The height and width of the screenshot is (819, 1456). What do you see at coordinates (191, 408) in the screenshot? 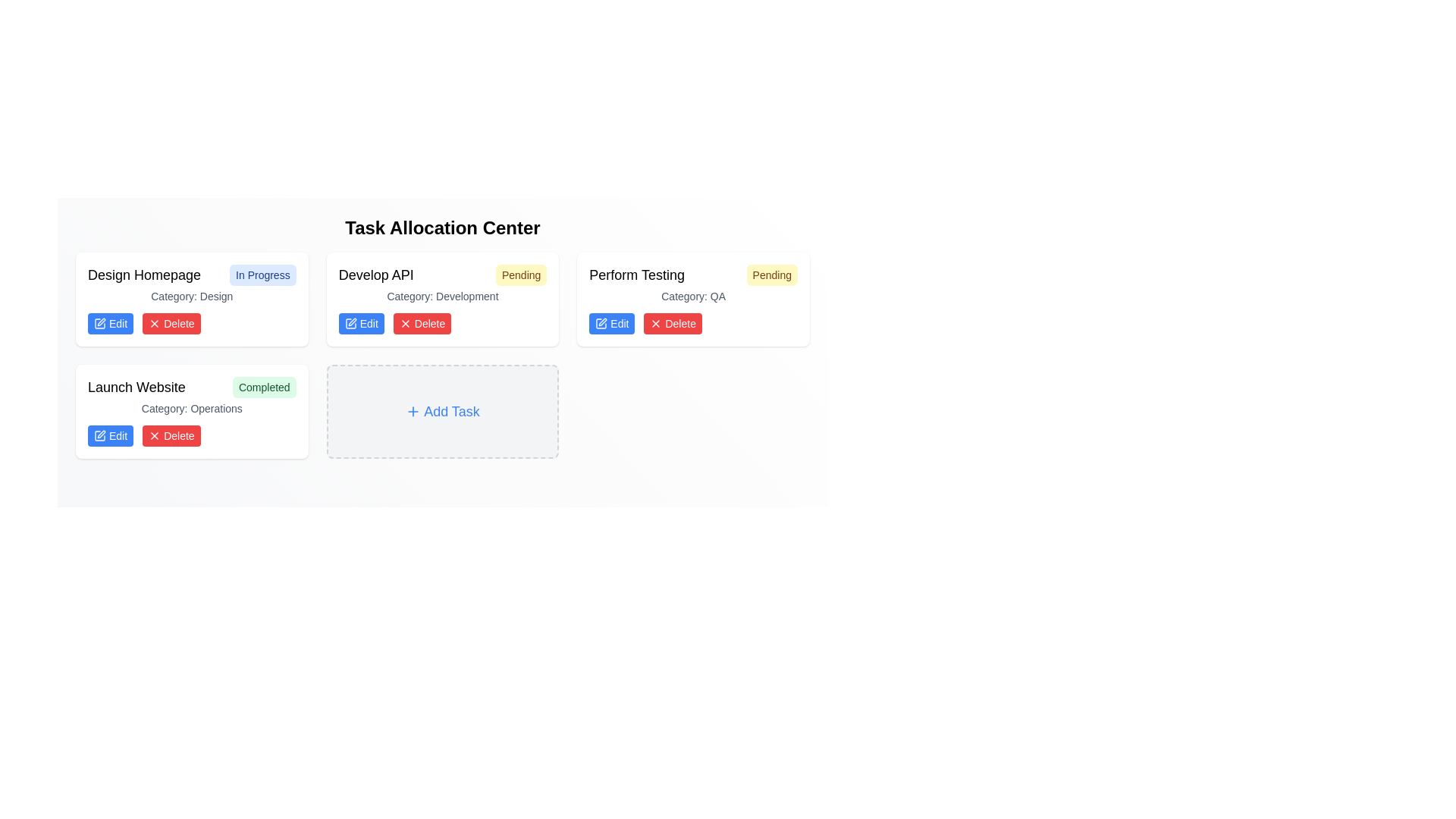
I see `the text label displaying 'Category: Operations', which is located beneath the header 'Launch Website' within the task box` at bounding box center [191, 408].